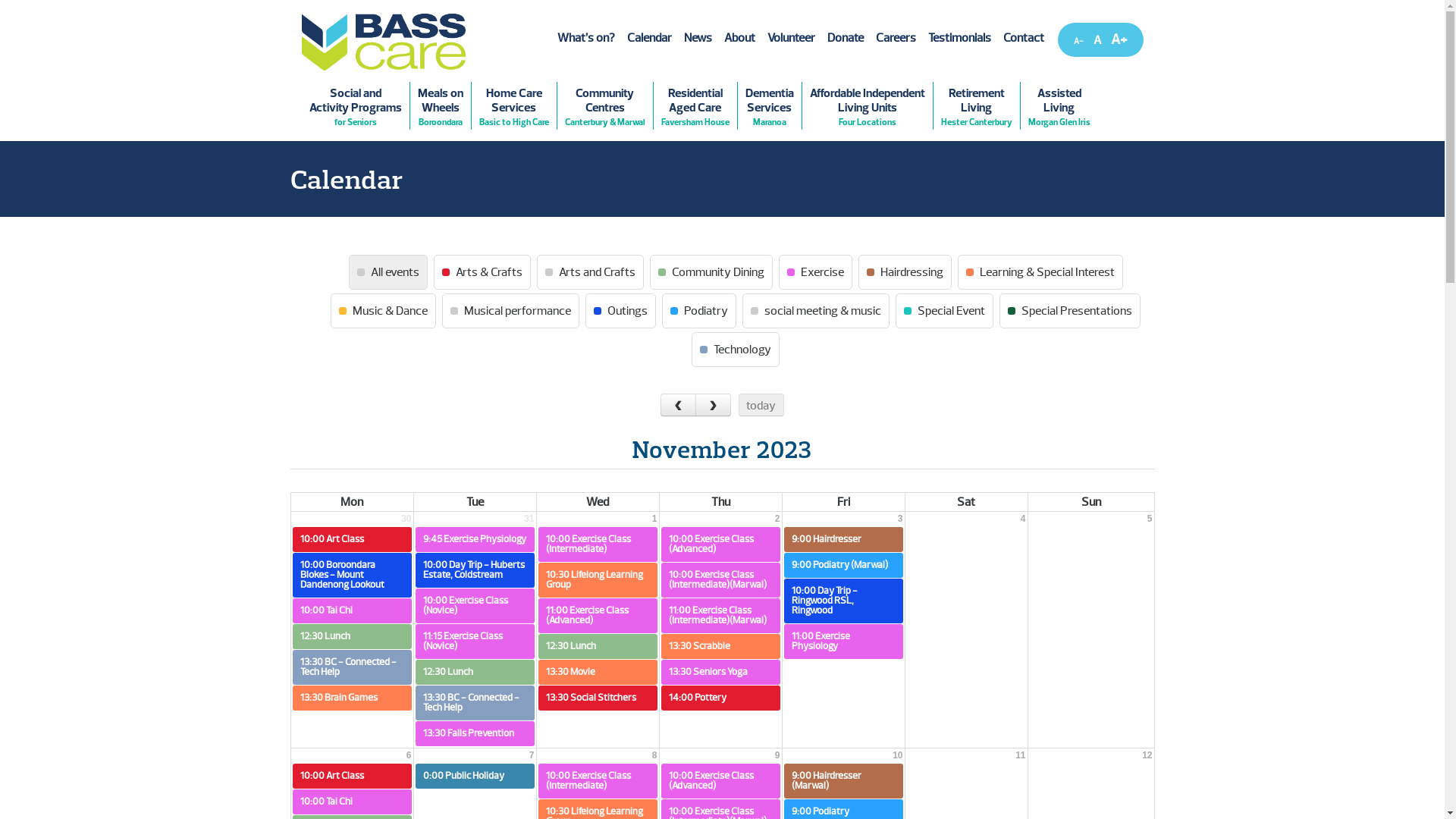 This screenshot has height=819, width=1456. I want to click on 'A', so click(1106, 38).